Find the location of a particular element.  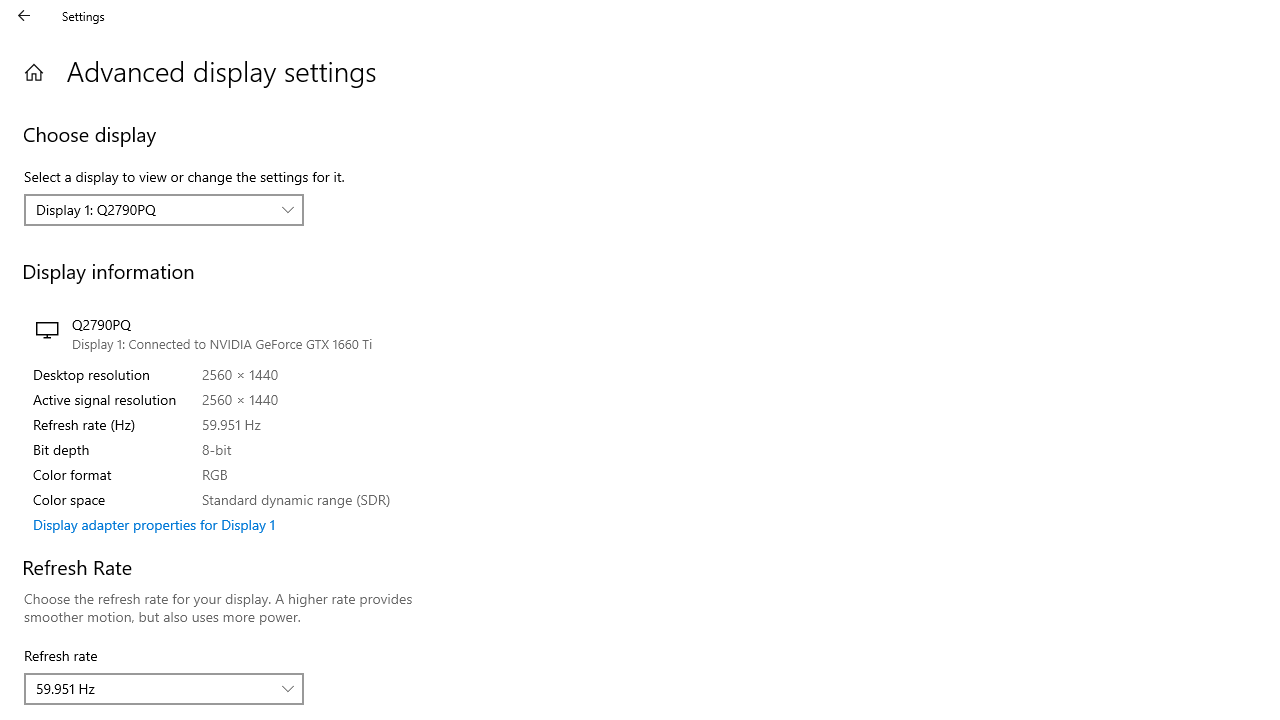

'Select a display to view or change the settings for it.' is located at coordinates (164, 209).